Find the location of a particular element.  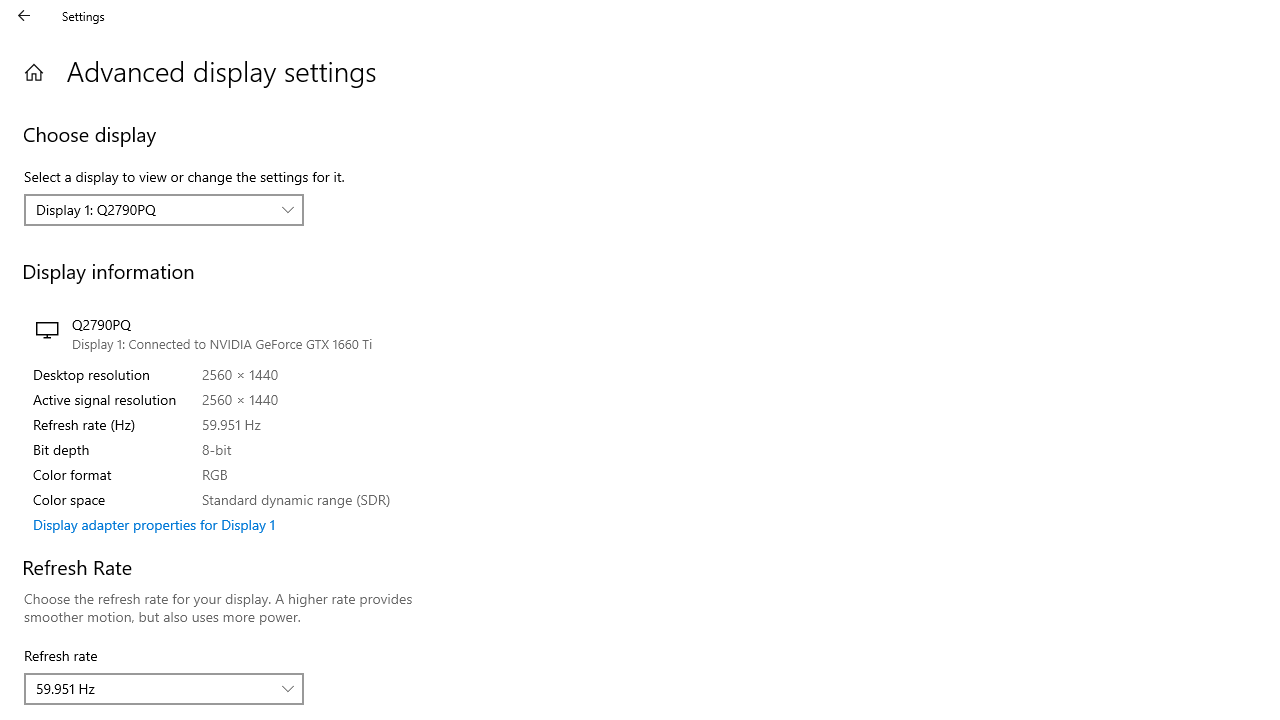

'Select a display to view or change the settings for it.' is located at coordinates (164, 209).